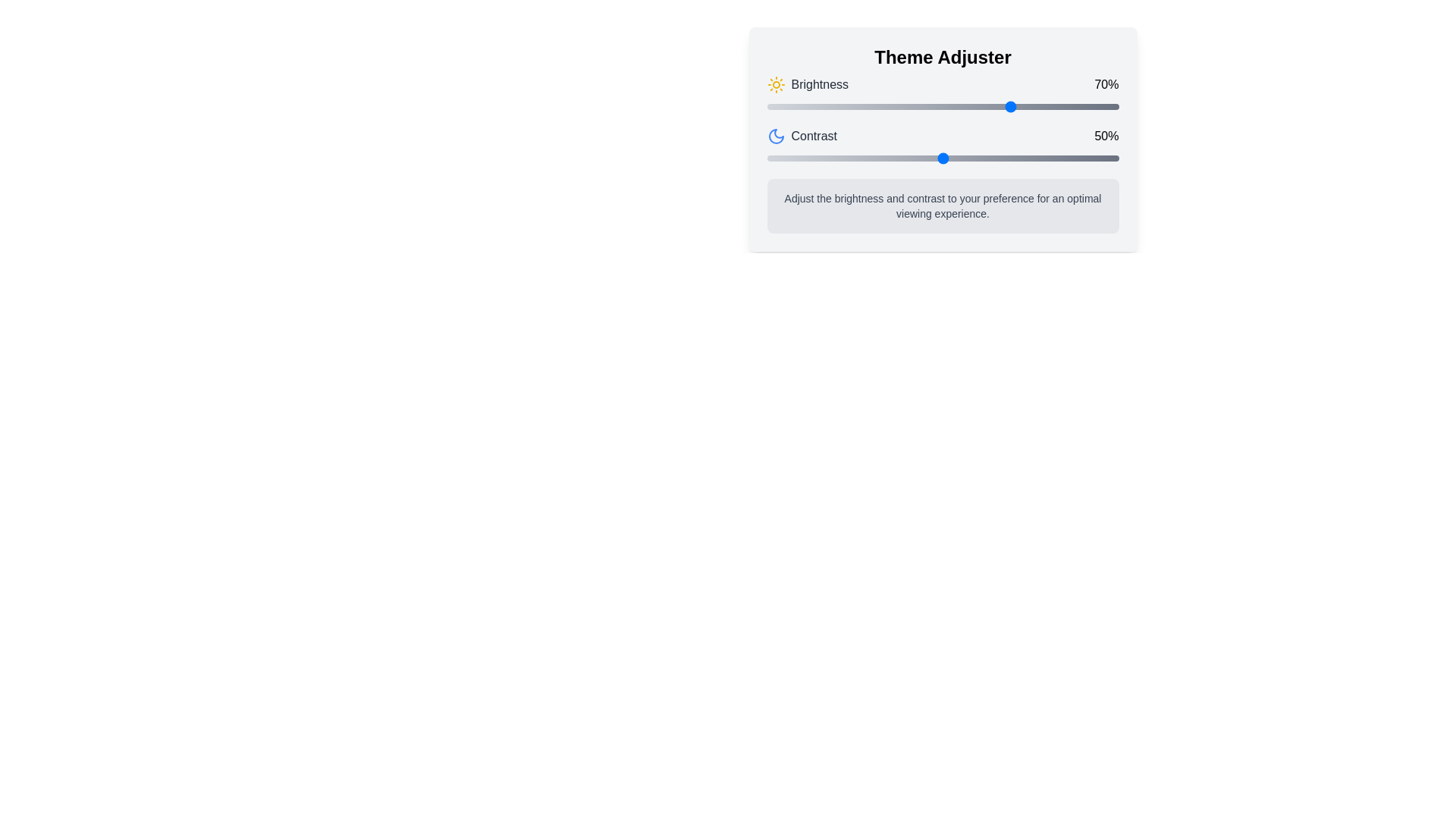  I want to click on the contrast level, so click(1003, 158).